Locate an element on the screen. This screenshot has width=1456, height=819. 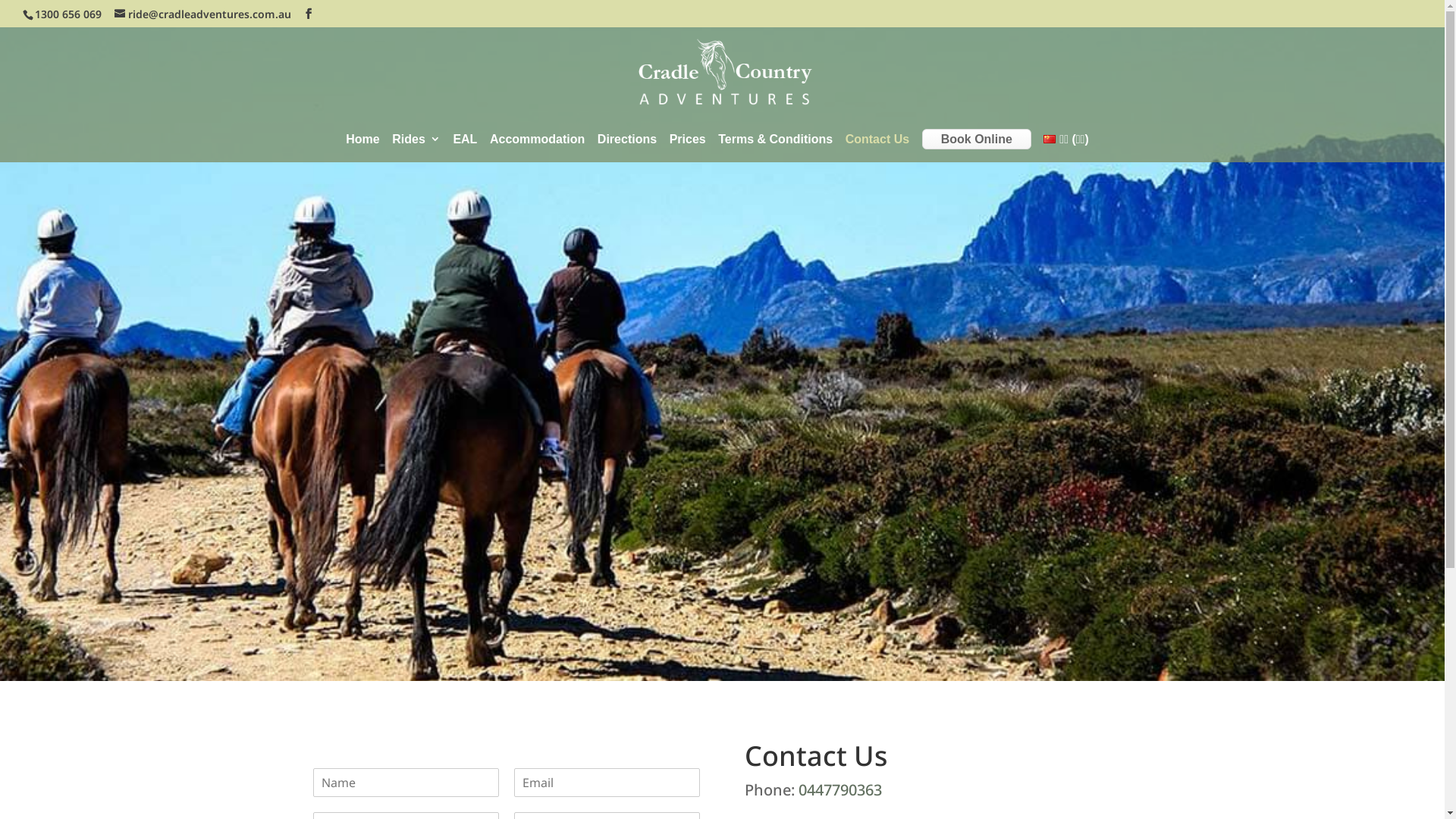
'Accommodation' is located at coordinates (537, 148).